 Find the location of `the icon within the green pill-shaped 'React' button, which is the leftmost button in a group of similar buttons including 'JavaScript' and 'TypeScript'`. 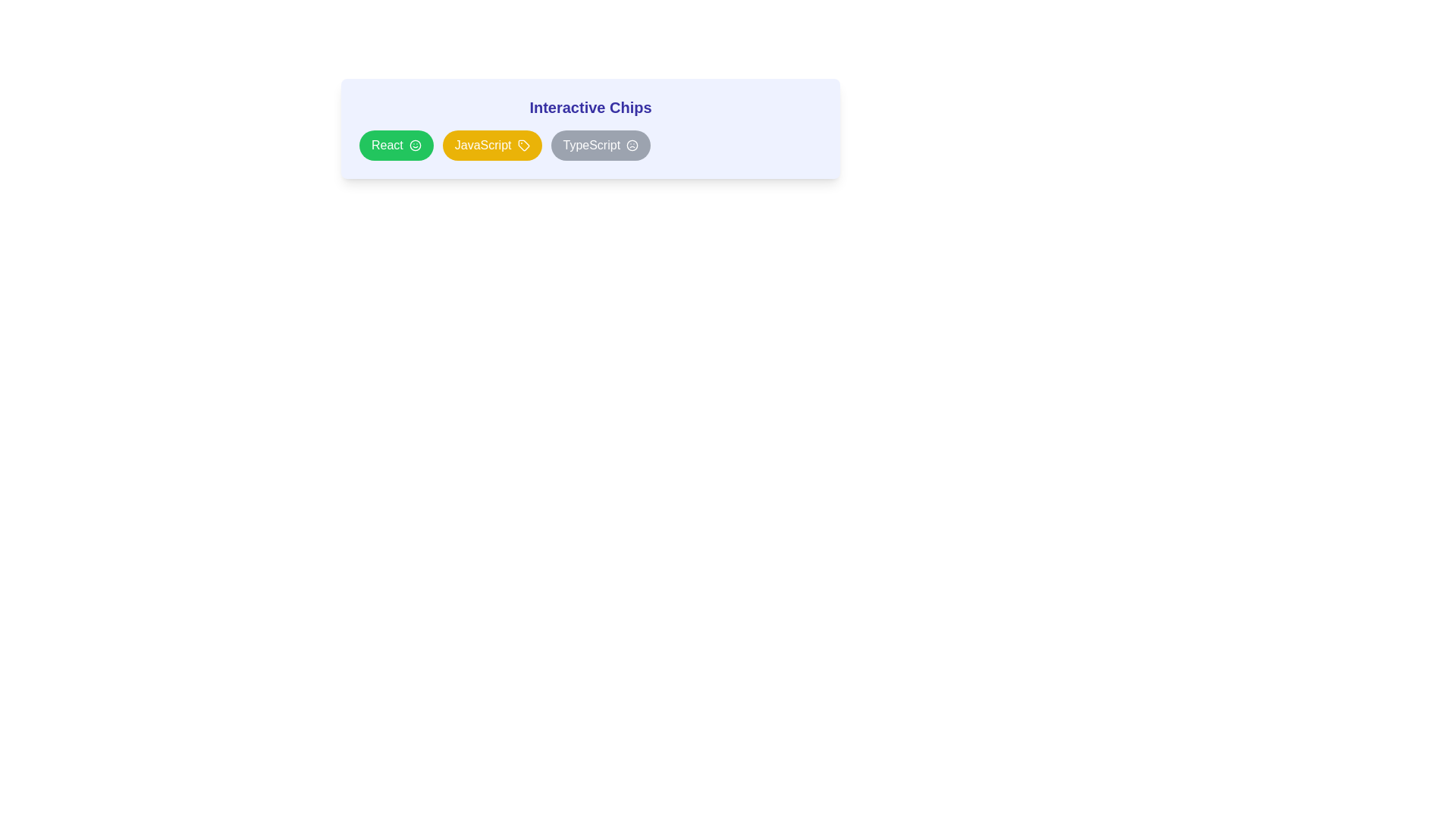

the icon within the green pill-shaped 'React' button, which is the leftmost button in a group of similar buttons including 'JavaScript' and 'TypeScript' is located at coordinates (415, 146).